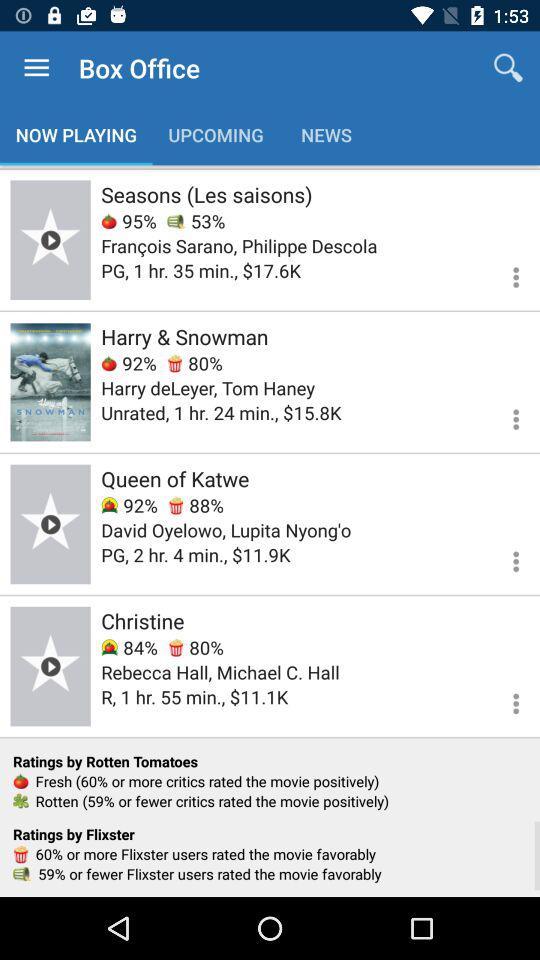  Describe the element at coordinates (184, 336) in the screenshot. I see `harry & snowman` at that location.